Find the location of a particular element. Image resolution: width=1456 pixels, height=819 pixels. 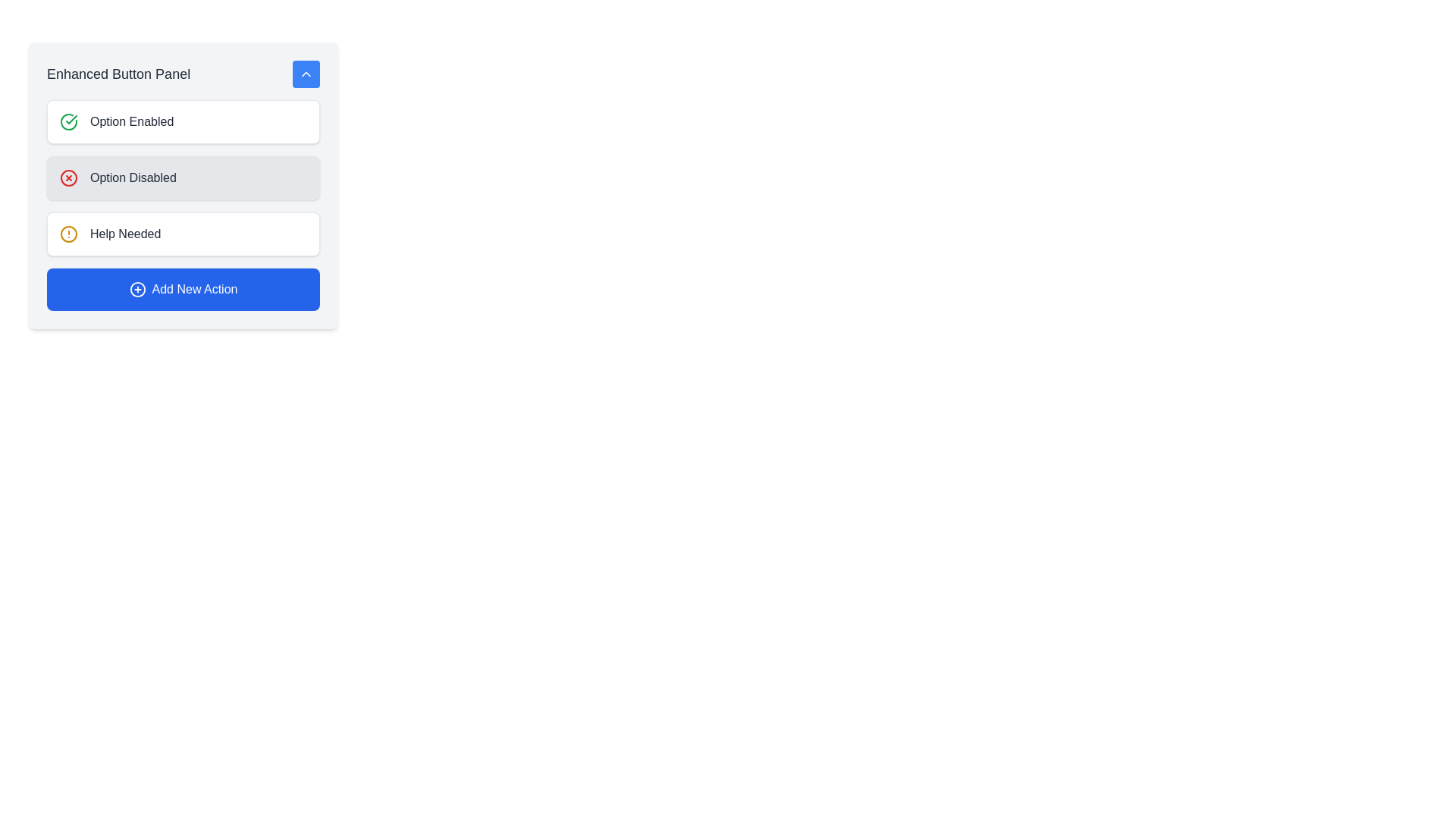

the status conveyed by the green checkmark icon indicating that the 'Option Enabled' is active, located to the left of the text 'Option Enabled' is located at coordinates (71, 119).